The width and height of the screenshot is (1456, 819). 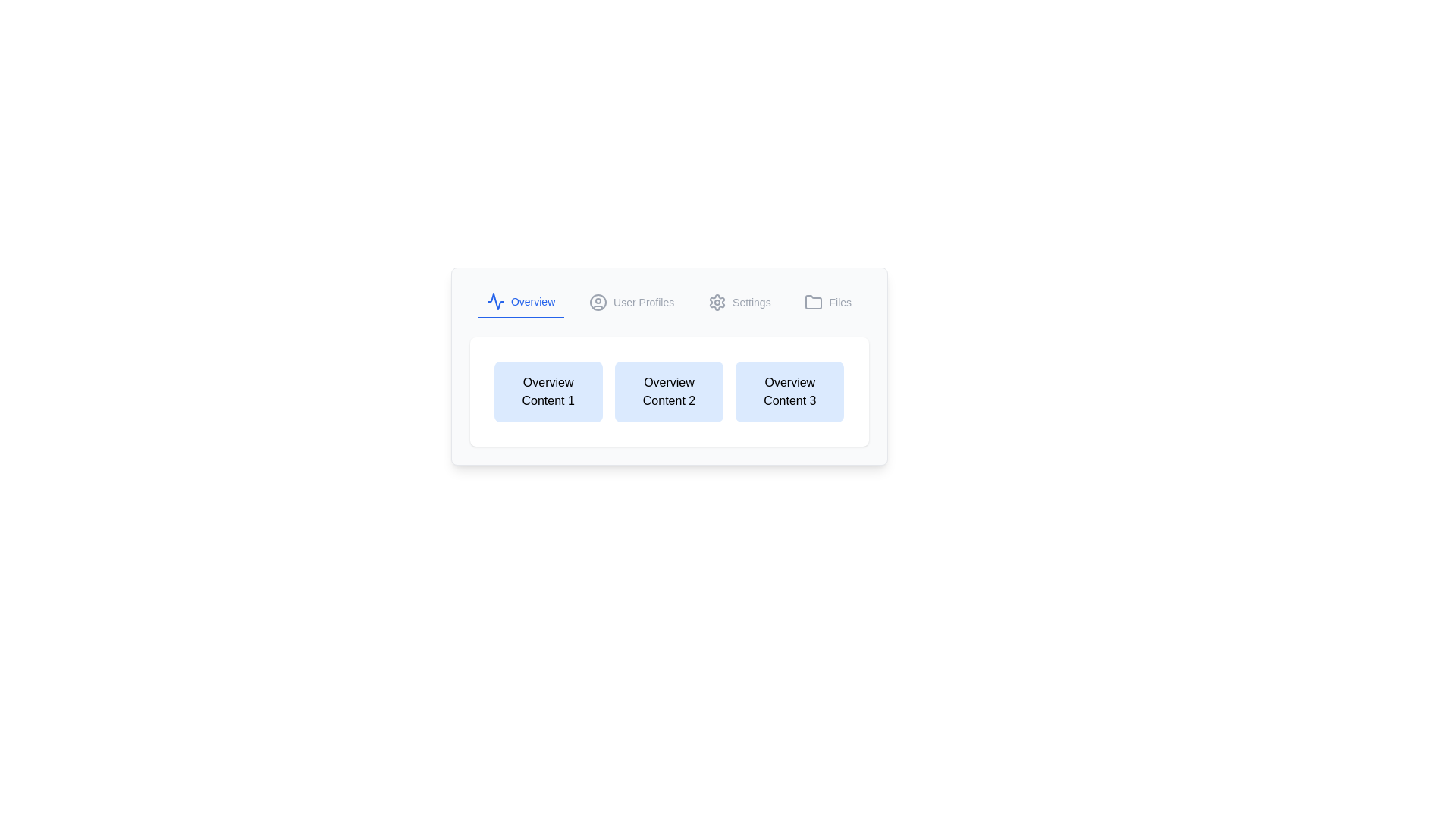 I want to click on the outermost circular part of the icon that is part of the horizontal navigation structure, which is located near the icons labeled 'Overview' and 'User Profiles', so click(x=598, y=302).